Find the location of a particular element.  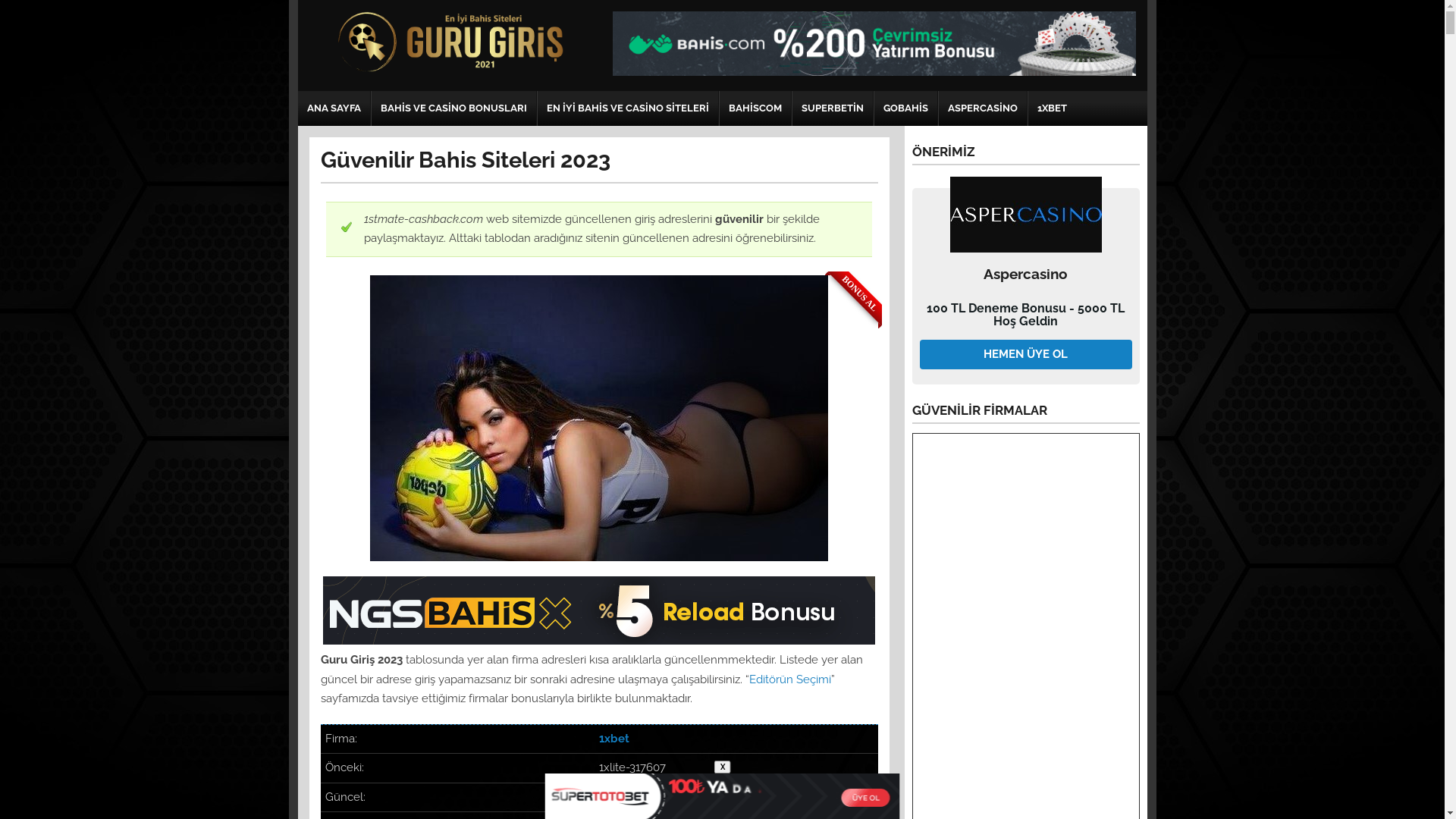

'BAHIS VE CASINO BONUSLARI' is located at coordinates (453, 107).